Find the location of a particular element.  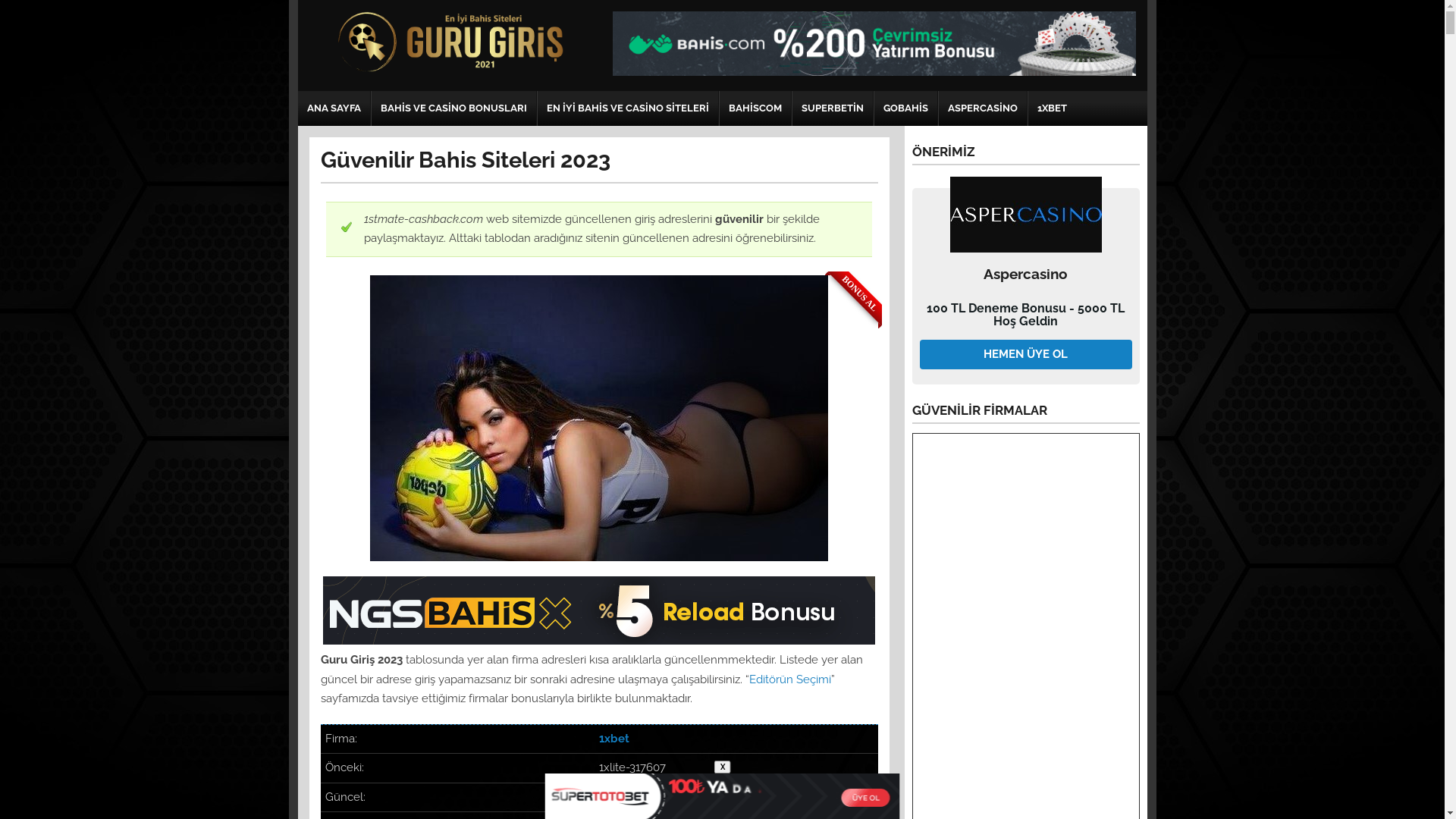

'BAHIS VE CASINO BONUSLARI' is located at coordinates (453, 107).